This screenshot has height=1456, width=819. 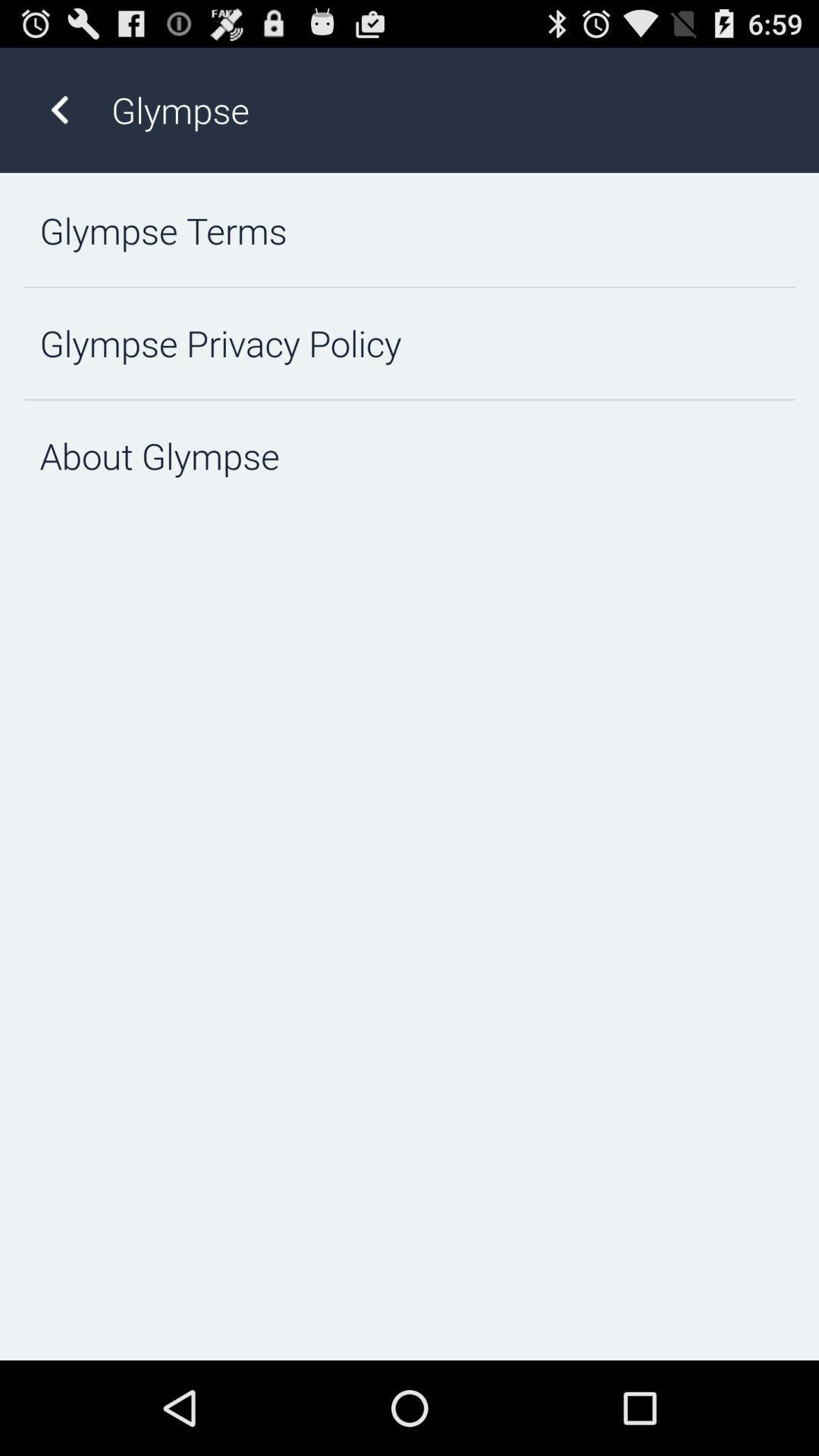 I want to click on the arrow_backward icon, so click(x=58, y=117).